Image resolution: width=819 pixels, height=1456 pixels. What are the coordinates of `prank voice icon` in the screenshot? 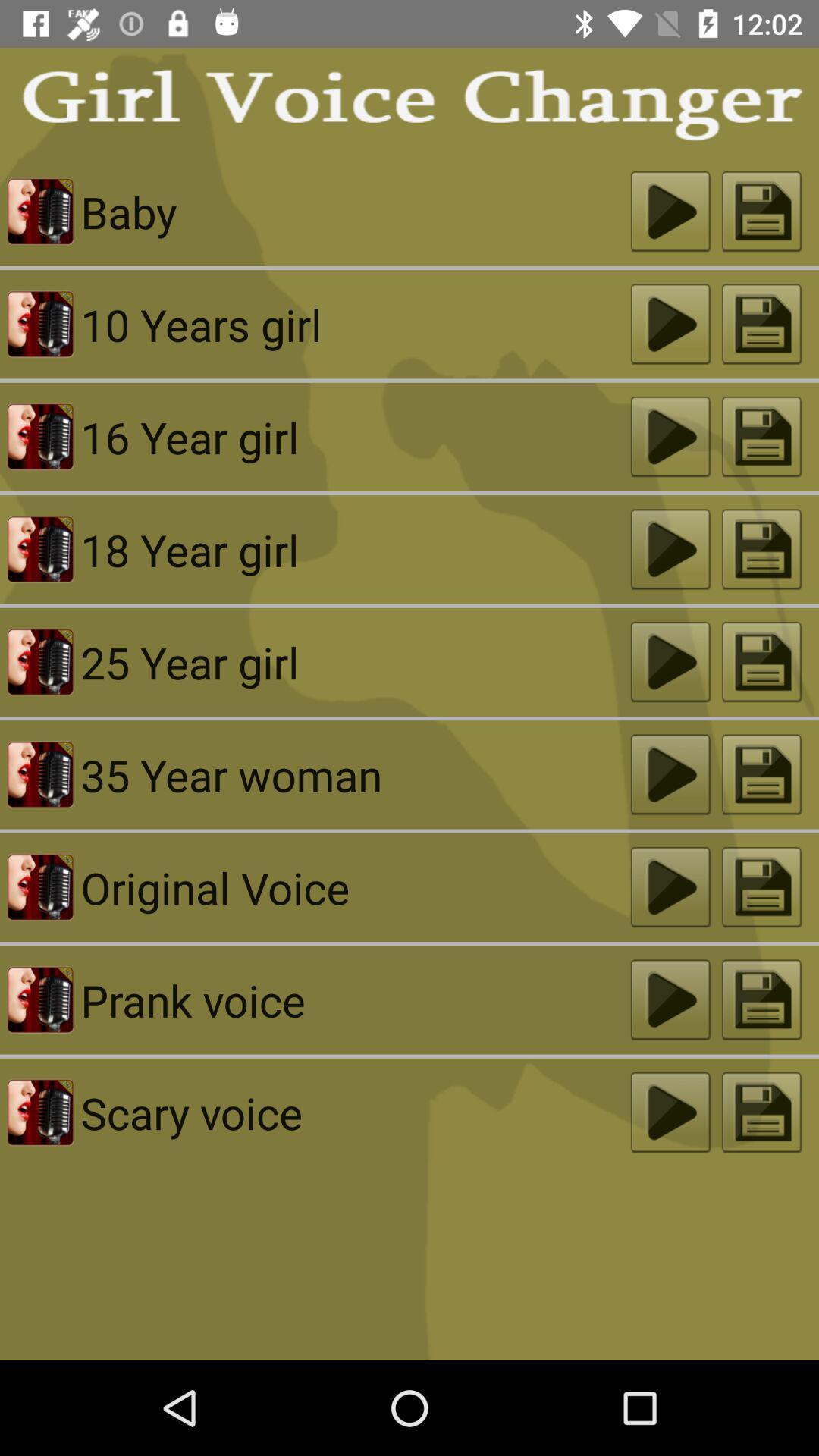 It's located at (356, 999).